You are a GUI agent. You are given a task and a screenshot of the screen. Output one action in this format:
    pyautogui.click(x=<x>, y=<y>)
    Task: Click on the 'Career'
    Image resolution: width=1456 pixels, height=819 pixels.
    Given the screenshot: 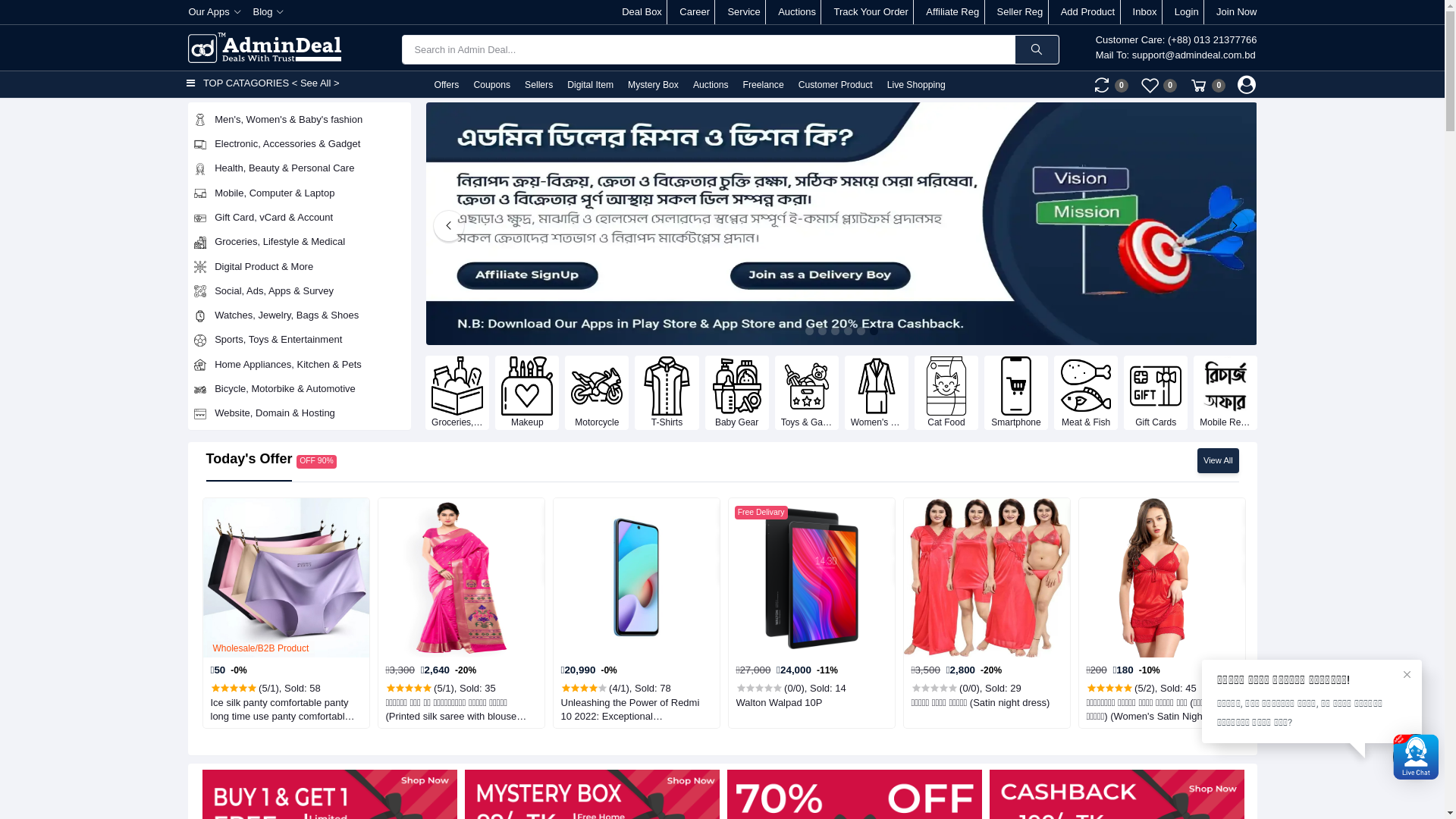 What is the action you would take?
    pyautogui.click(x=694, y=11)
    